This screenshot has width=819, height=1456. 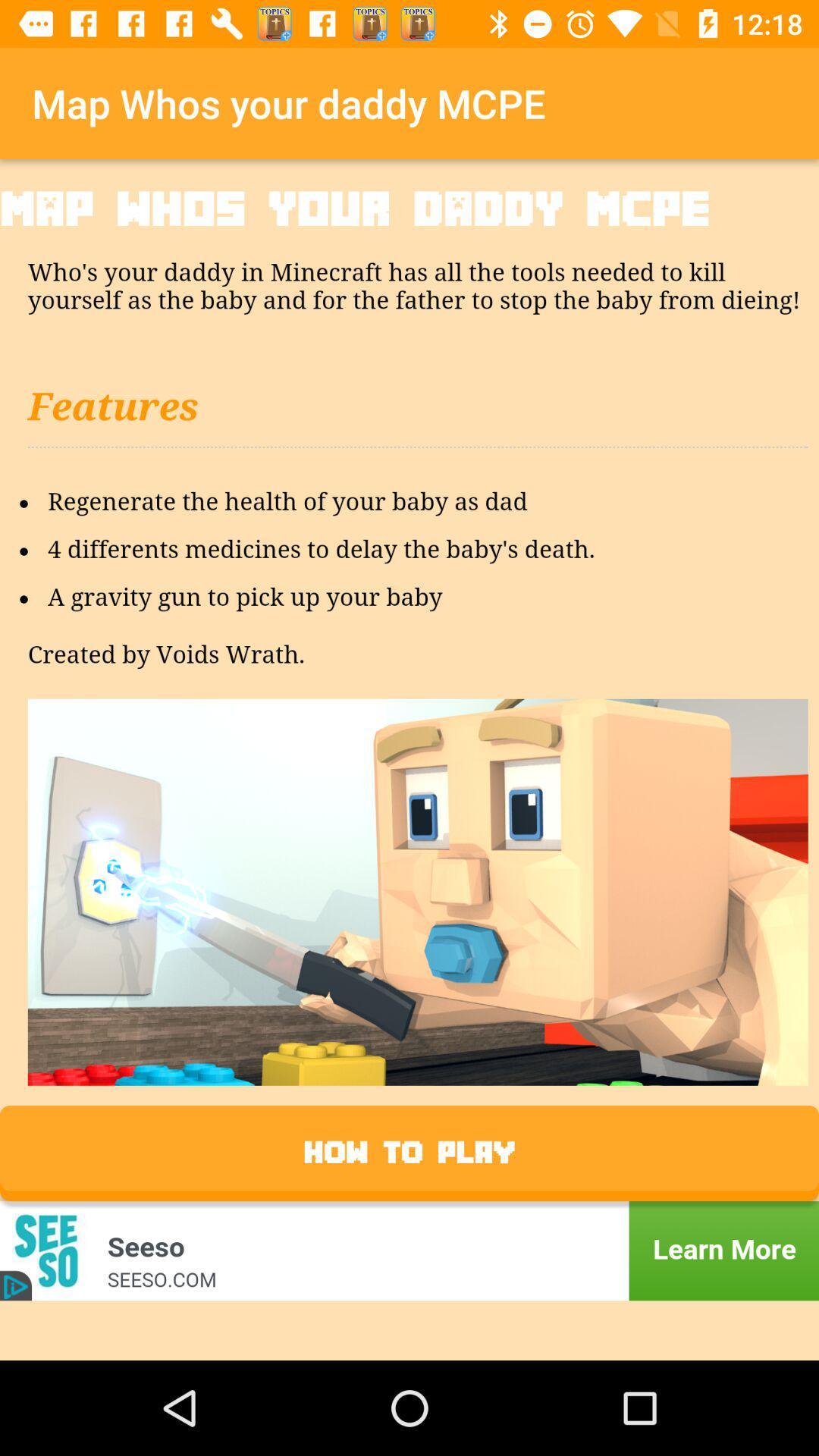 I want to click on open advertisement, so click(x=409, y=1250).